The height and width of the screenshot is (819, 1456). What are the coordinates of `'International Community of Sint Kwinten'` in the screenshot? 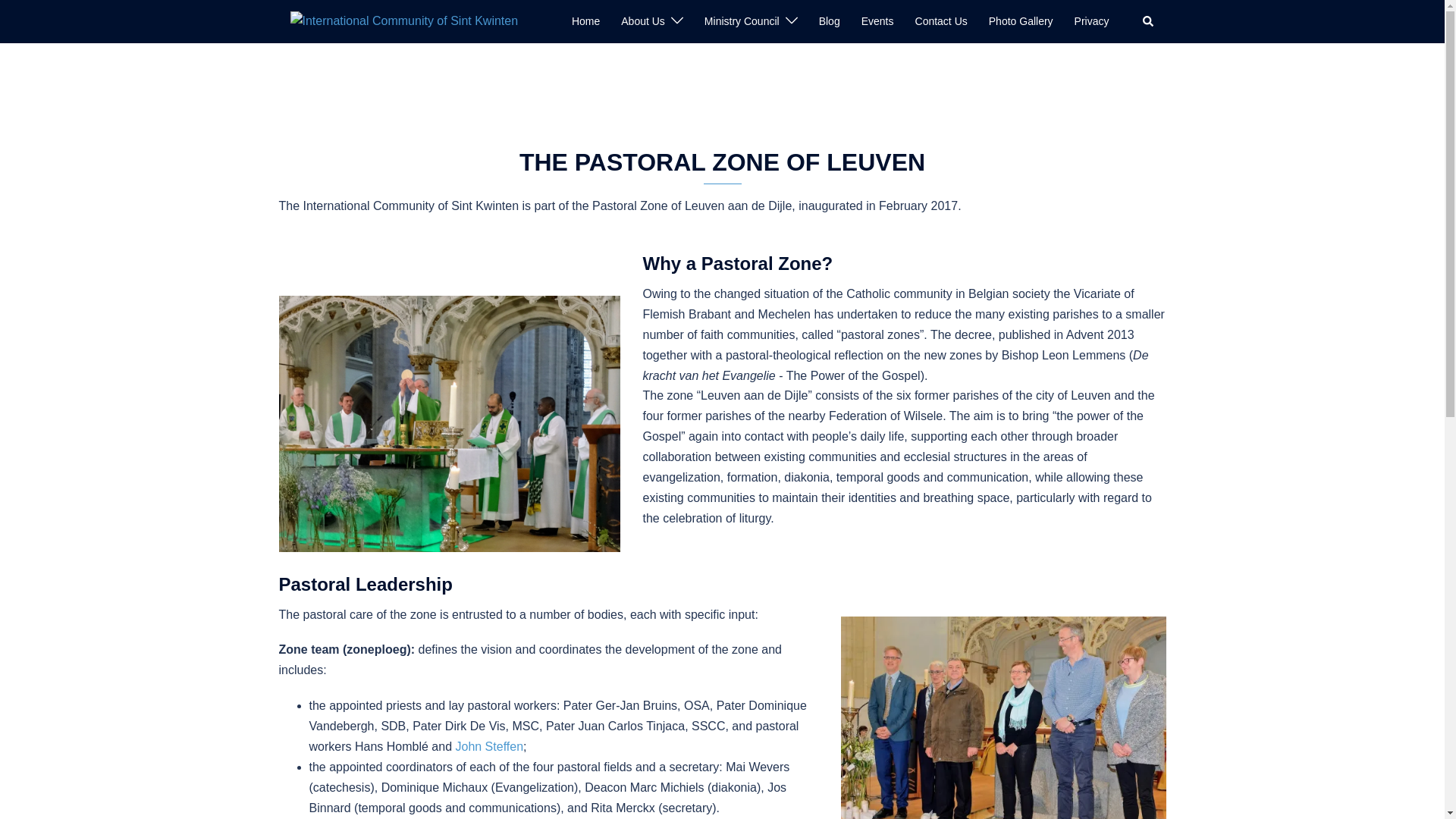 It's located at (403, 20).